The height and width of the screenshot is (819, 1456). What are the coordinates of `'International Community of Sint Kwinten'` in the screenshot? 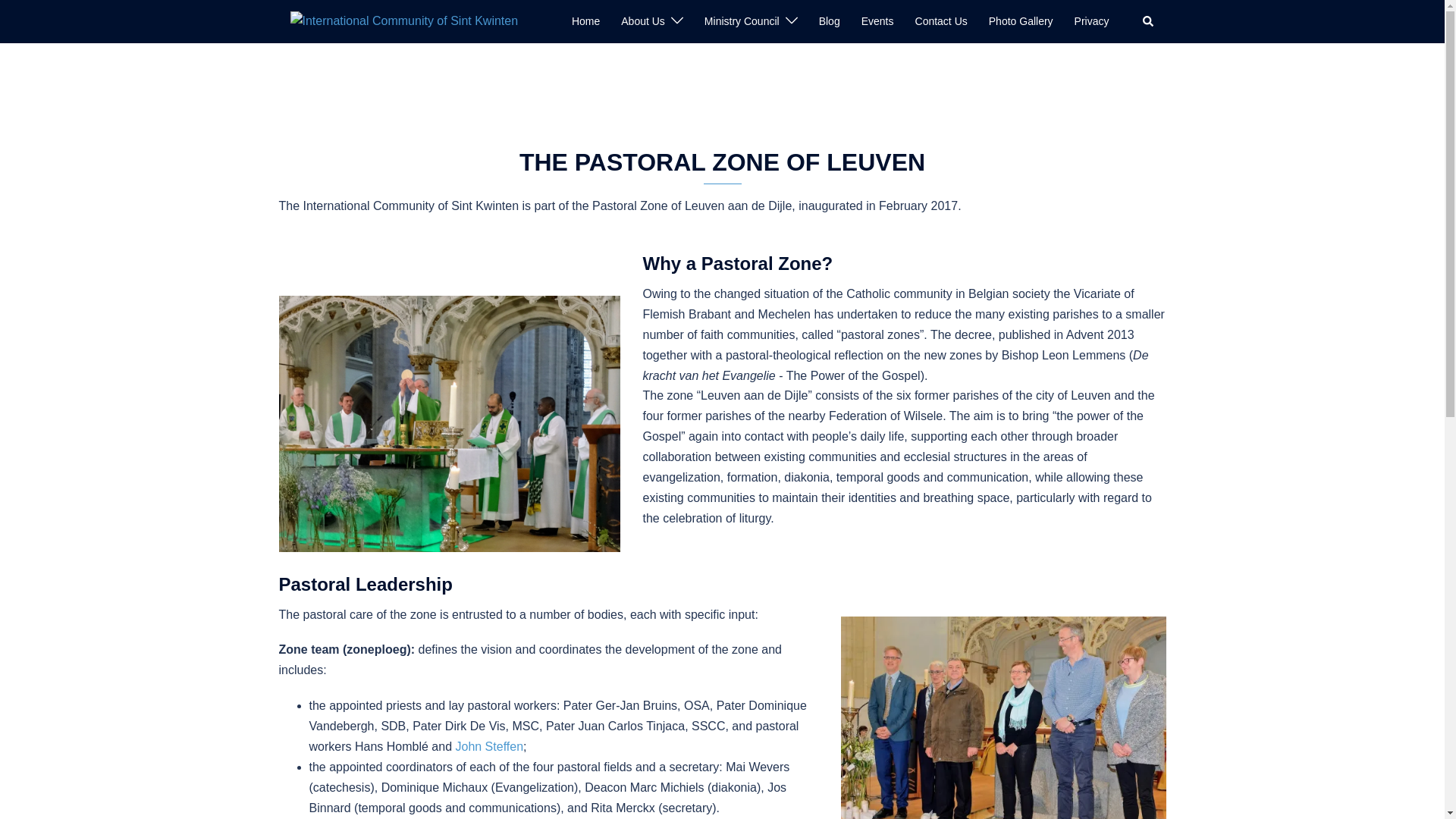 It's located at (403, 20).